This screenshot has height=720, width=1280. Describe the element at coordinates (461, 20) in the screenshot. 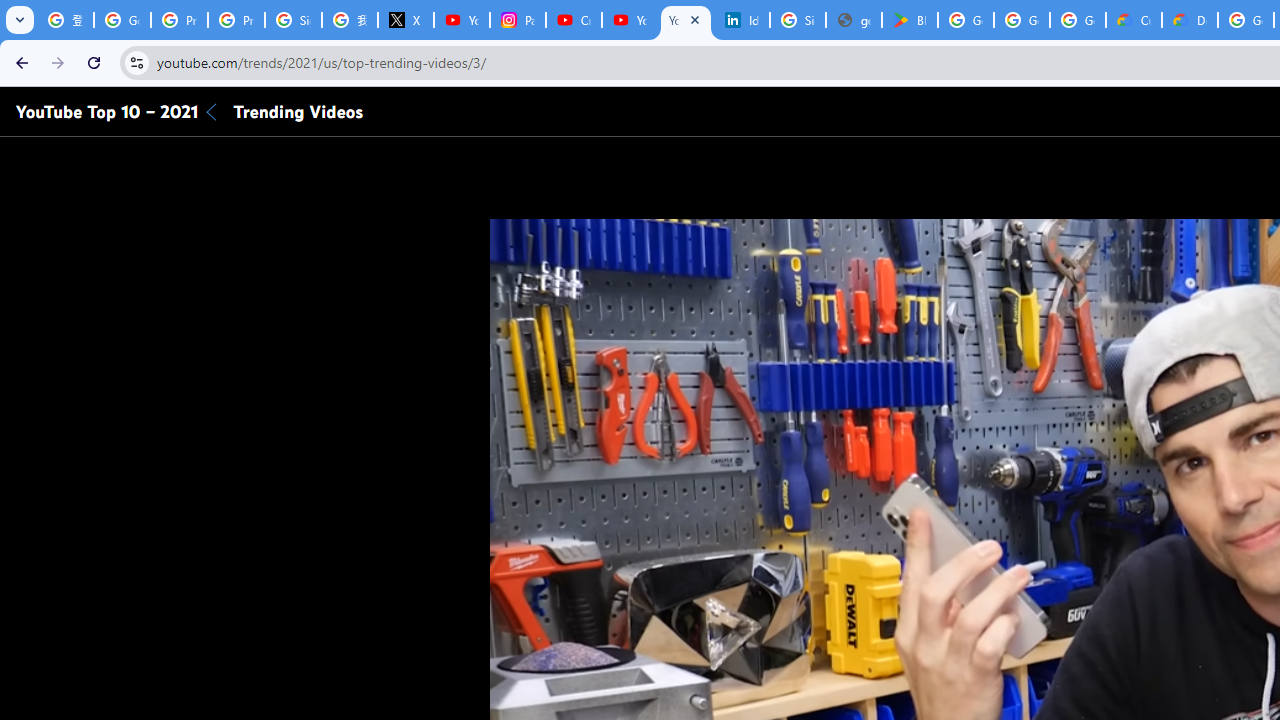

I see `'YouTube Content Monetization Policies - How YouTube Works'` at that location.